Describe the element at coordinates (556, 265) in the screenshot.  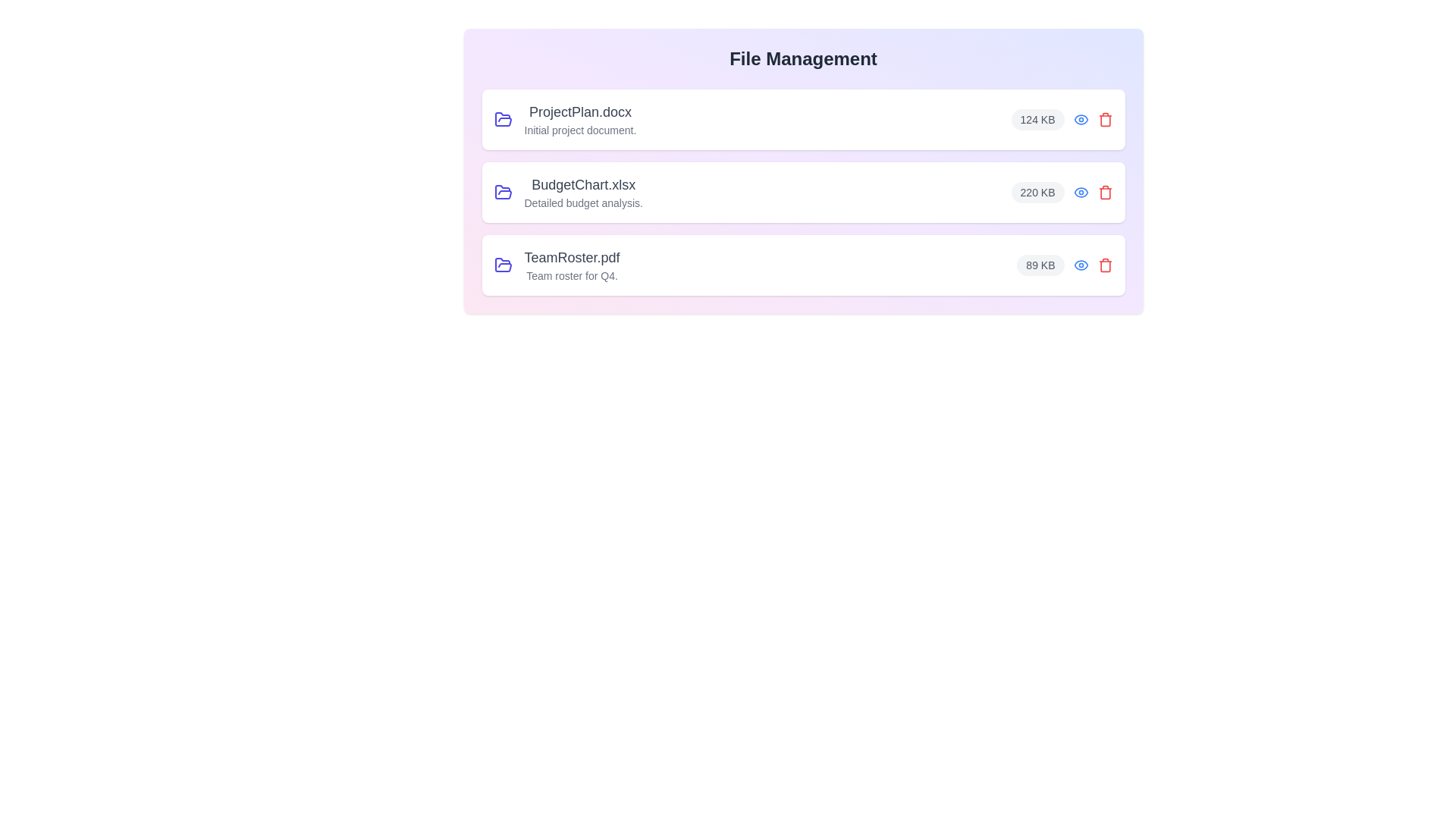
I see `the file name and size for the file TeamRoster.pdf` at that location.